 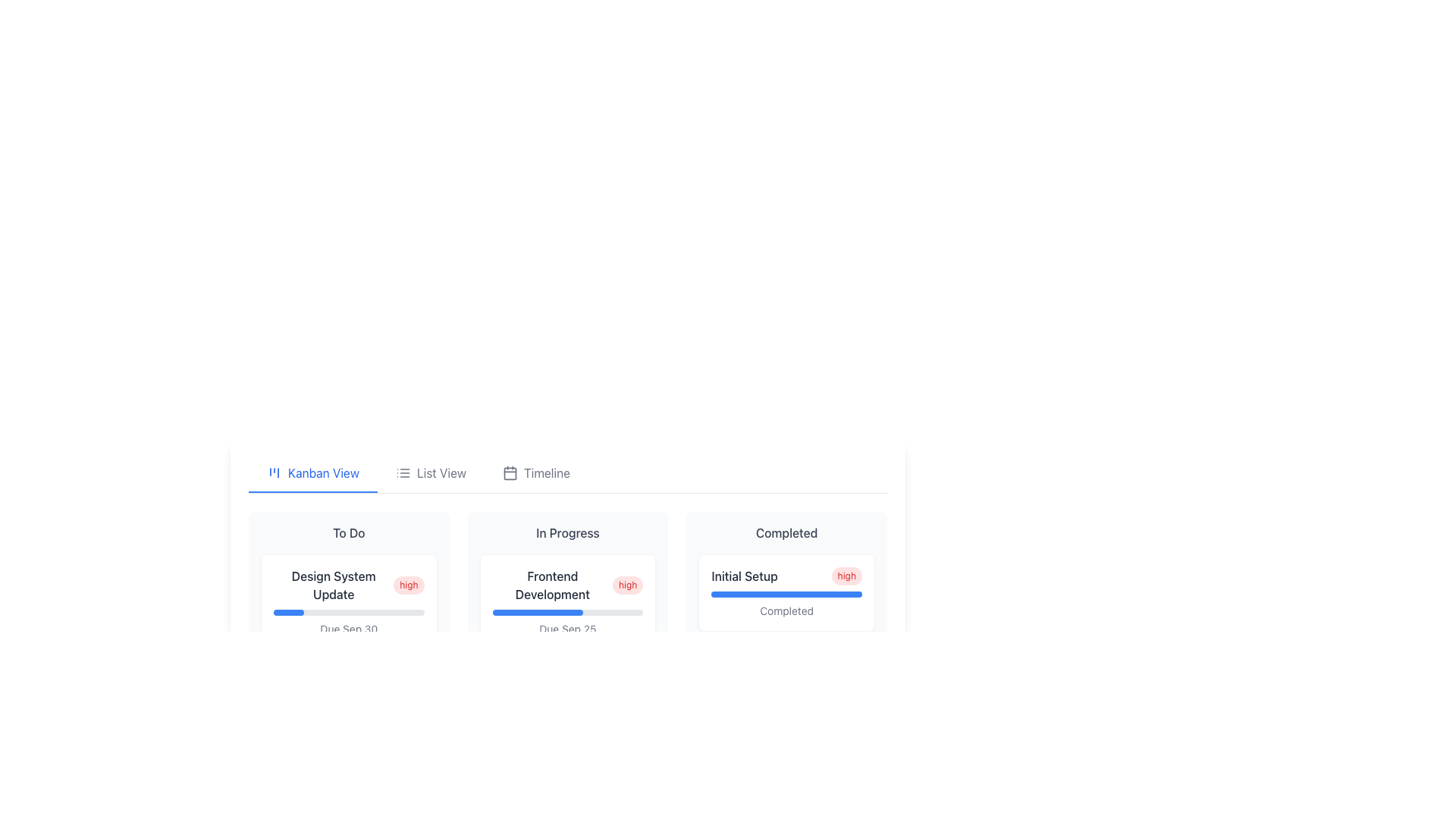 What do you see at coordinates (566, 635) in the screenshot?
I see `a task card within the 'In Progress' column of the Kanban board` at bounding box center [566, 635].